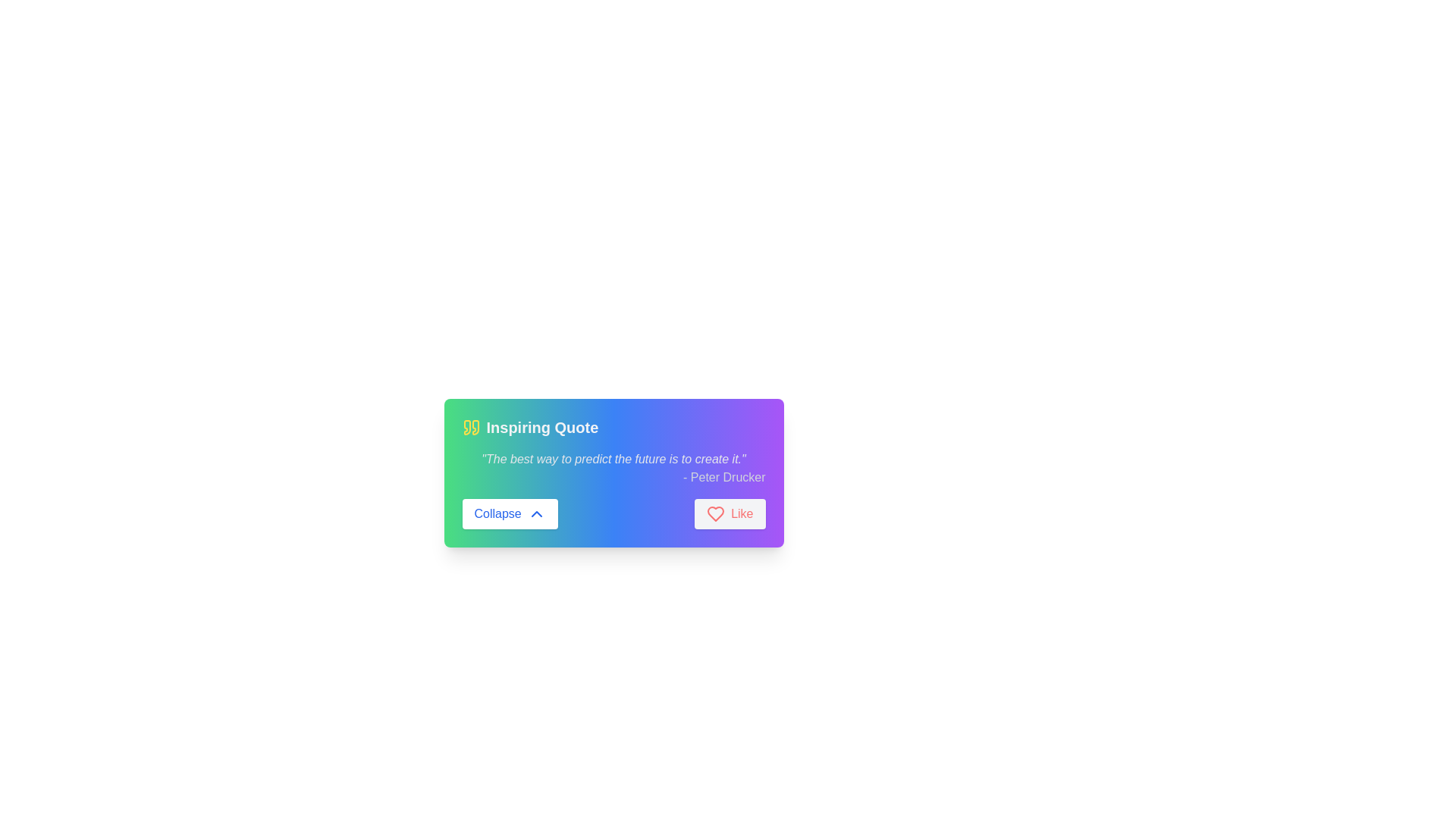 This screenshot has width=1456, height=819. What do you see at coordinates (613, 467) in the screenshot?
I see `the static text element displaying the quote 'The best way to predict the future is to create it.' by Peter Drucker, which is styled in italics and aligned right within a gradient background` at bounding box center [613, 467].